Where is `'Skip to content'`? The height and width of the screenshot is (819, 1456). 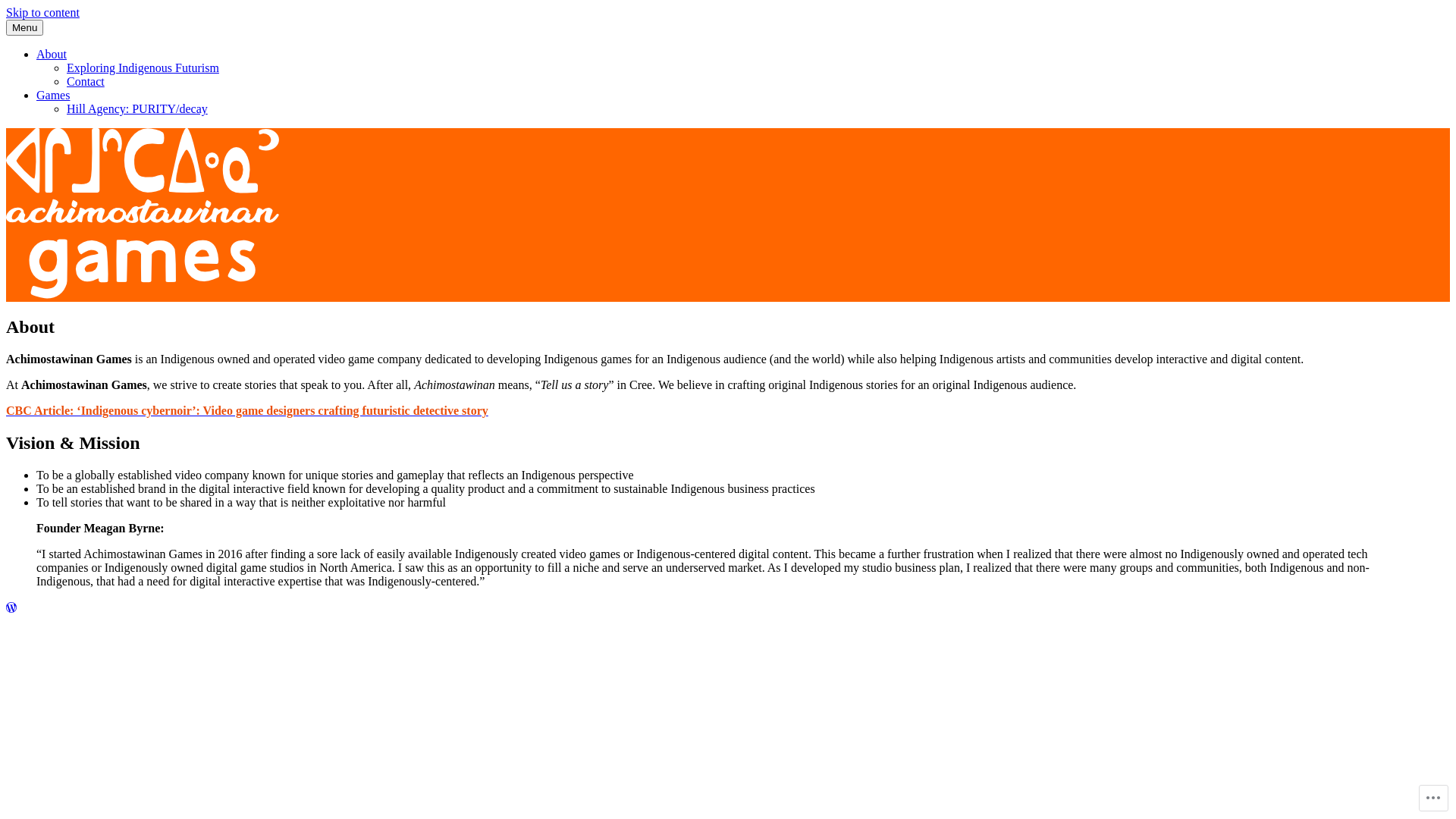
'Skip to content' is located at coordinates (42, 12).